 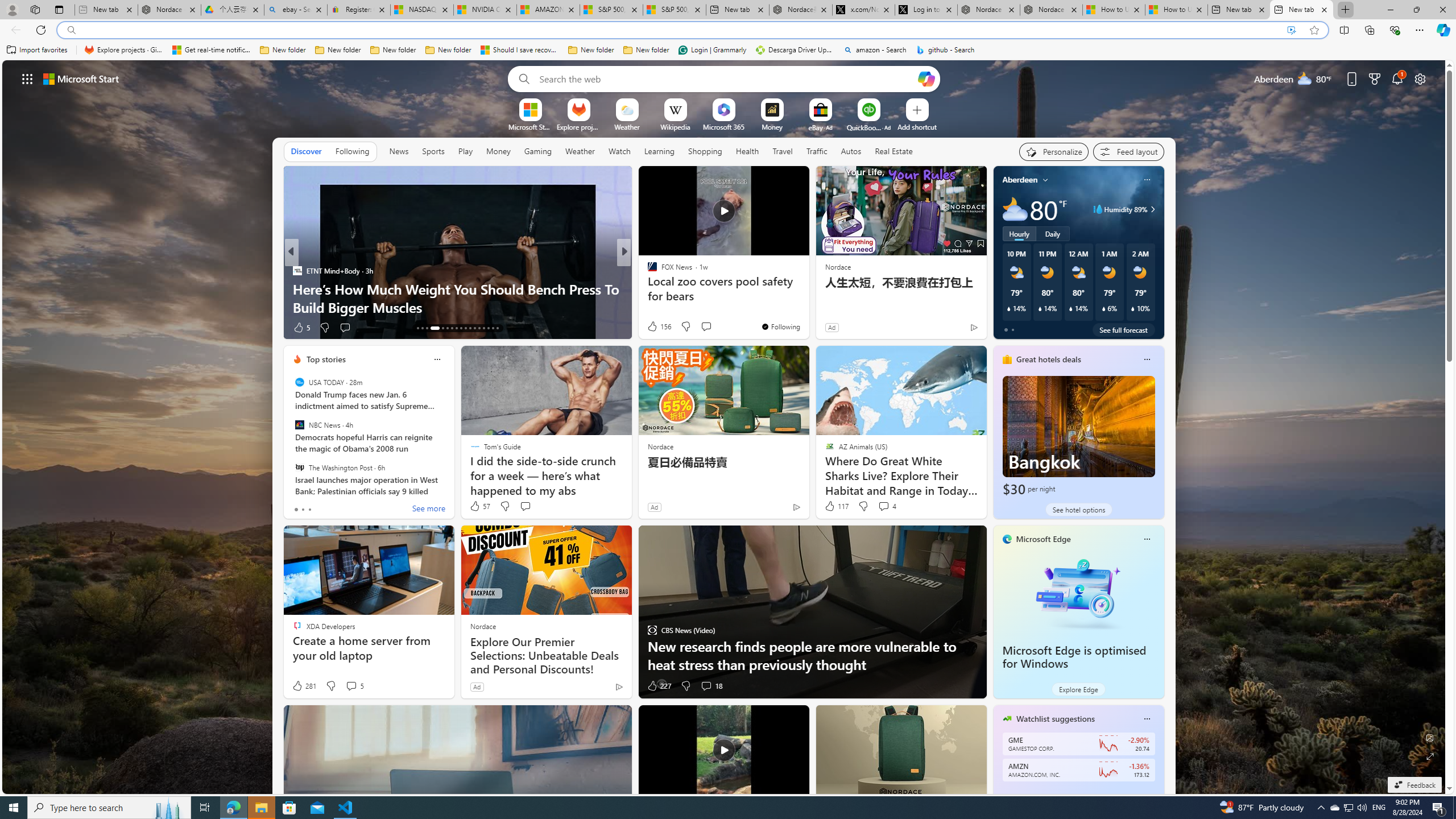 I want to click on 'Traffic', so click(x=816, y=151).